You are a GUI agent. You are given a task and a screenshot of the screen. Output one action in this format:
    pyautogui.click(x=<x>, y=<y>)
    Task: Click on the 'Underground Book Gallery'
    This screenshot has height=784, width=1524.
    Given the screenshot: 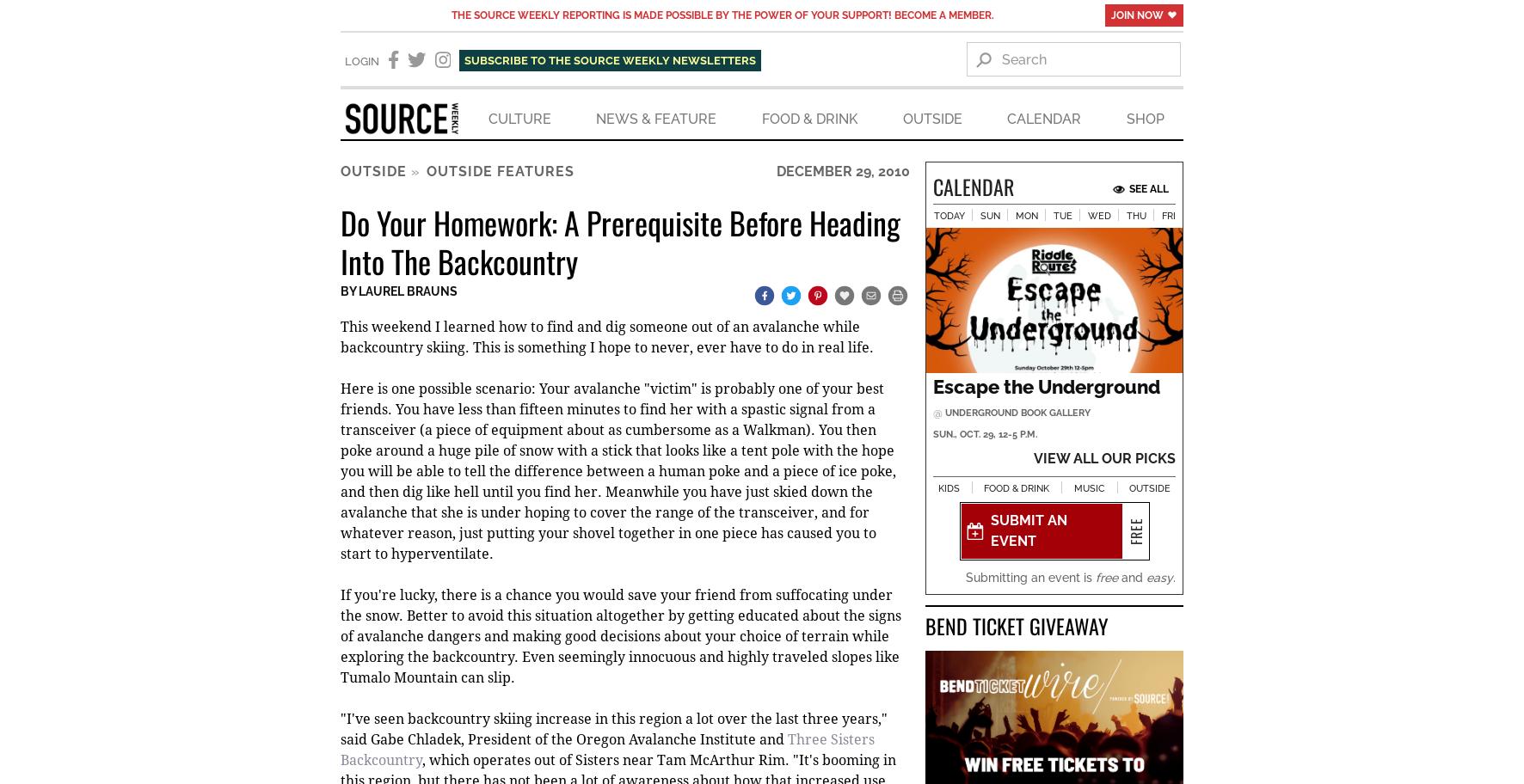 What is the action you would take?
    pyautogui.click(x=1015, y=413)
    